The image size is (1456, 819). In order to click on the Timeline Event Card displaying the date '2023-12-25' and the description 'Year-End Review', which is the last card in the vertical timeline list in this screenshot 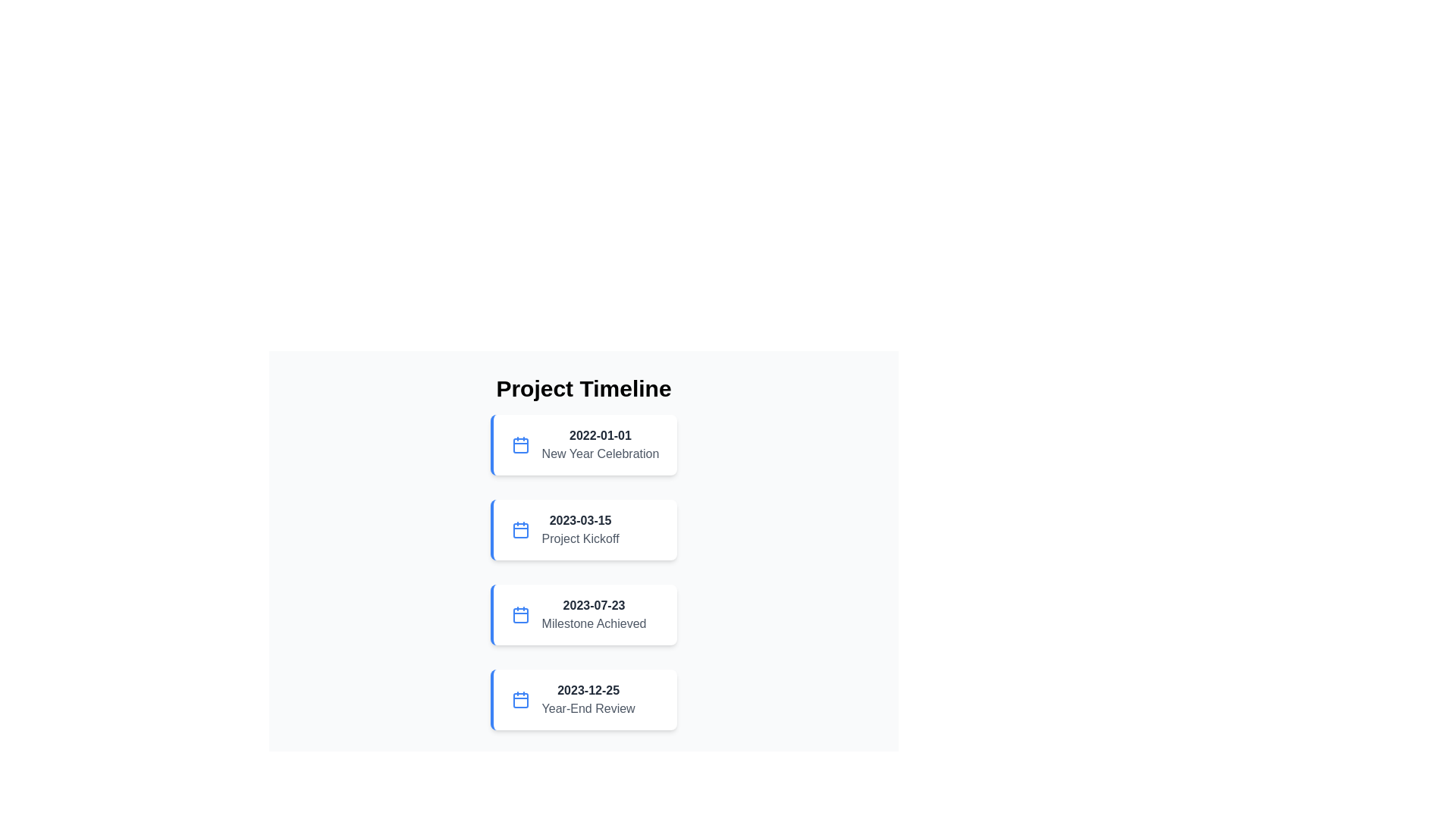, I will do `click(582, 699)`.